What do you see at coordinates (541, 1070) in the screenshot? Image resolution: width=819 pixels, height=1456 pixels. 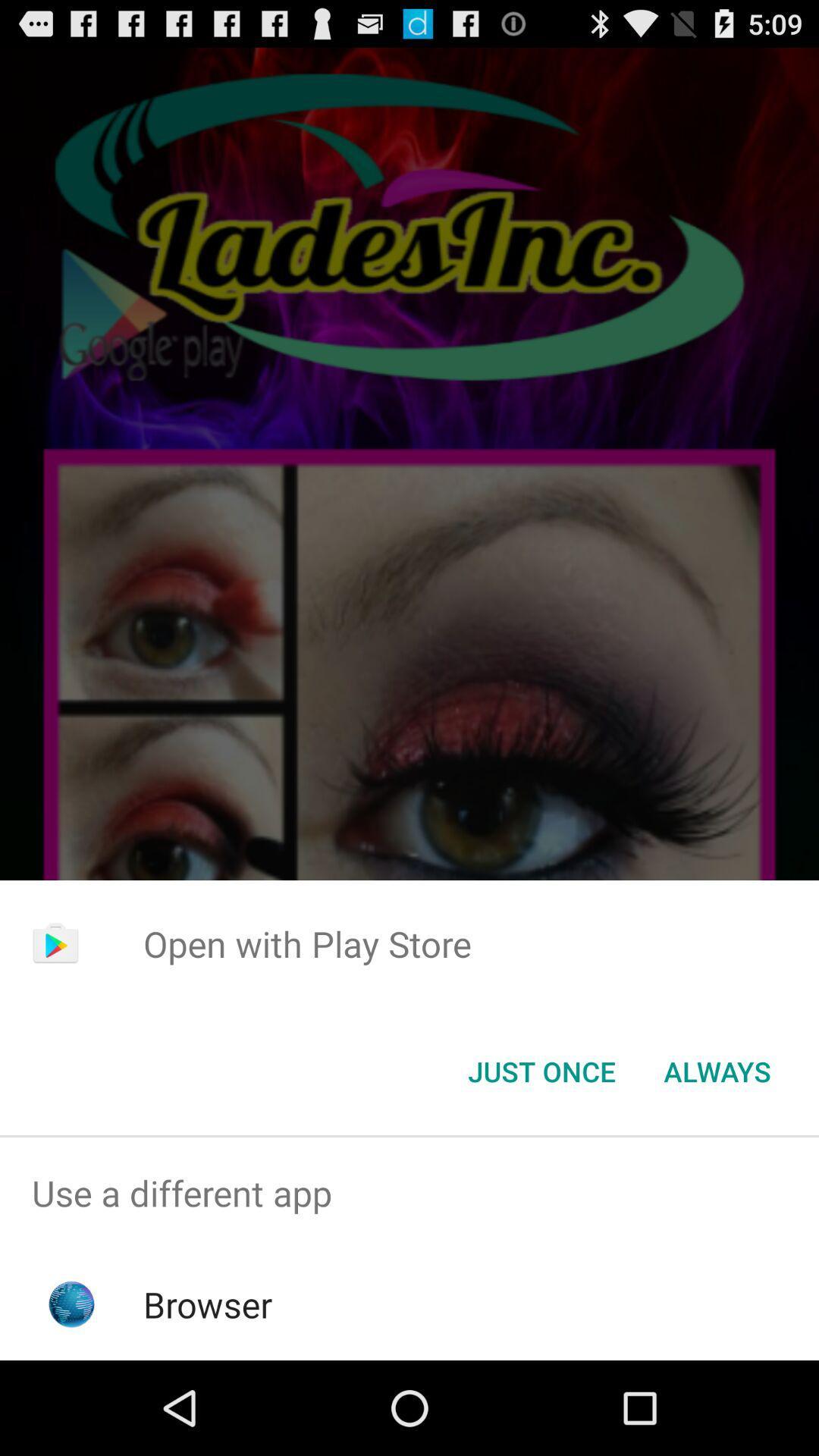 I see `icon next to the always icon` at bounding box center [541, 1070].